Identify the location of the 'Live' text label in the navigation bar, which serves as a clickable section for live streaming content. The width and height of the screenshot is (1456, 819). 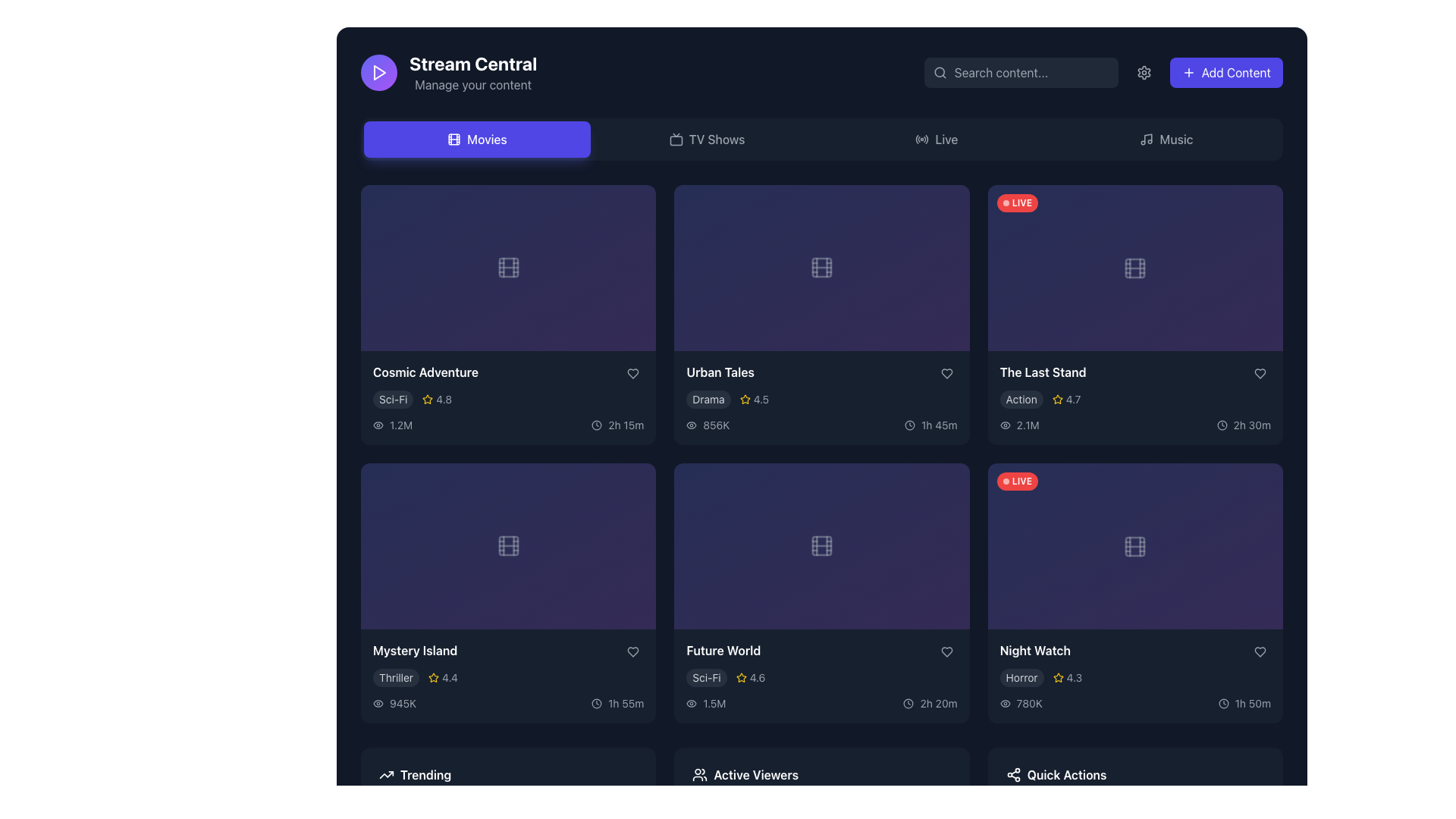
(946, 140).